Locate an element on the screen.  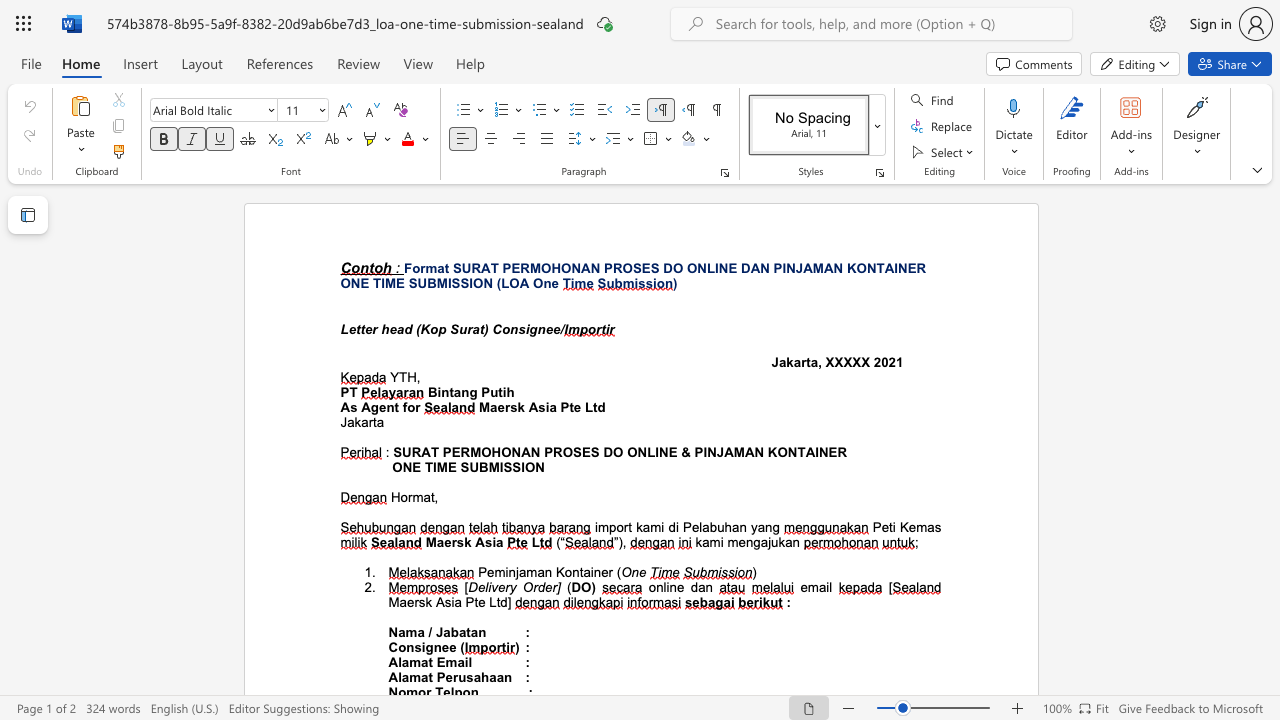
the subset text "Ltd" within the text "Maersk Asia Pte Ltd" is located at coordinates (583, 406).